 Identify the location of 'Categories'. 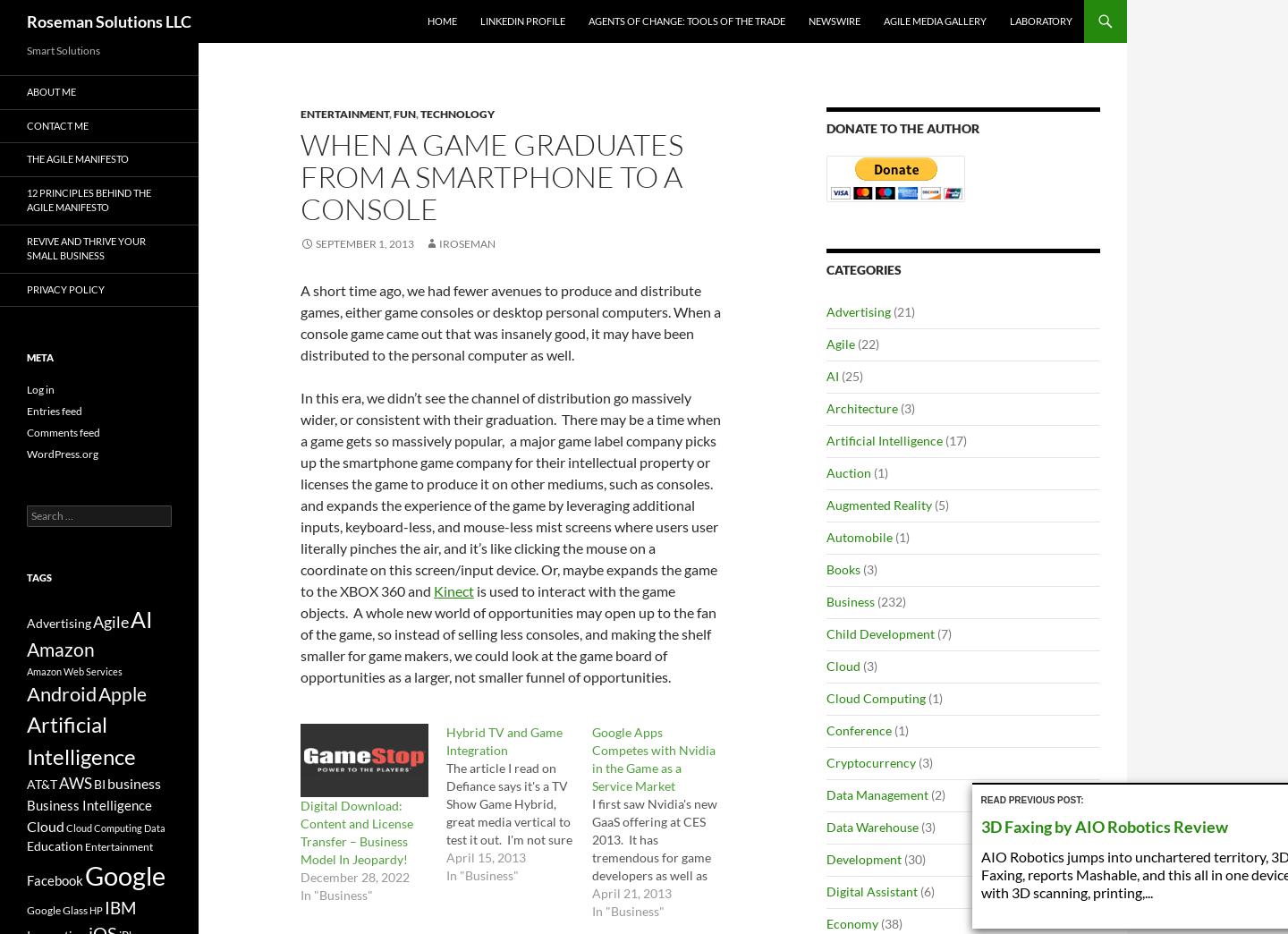
(862, 268).